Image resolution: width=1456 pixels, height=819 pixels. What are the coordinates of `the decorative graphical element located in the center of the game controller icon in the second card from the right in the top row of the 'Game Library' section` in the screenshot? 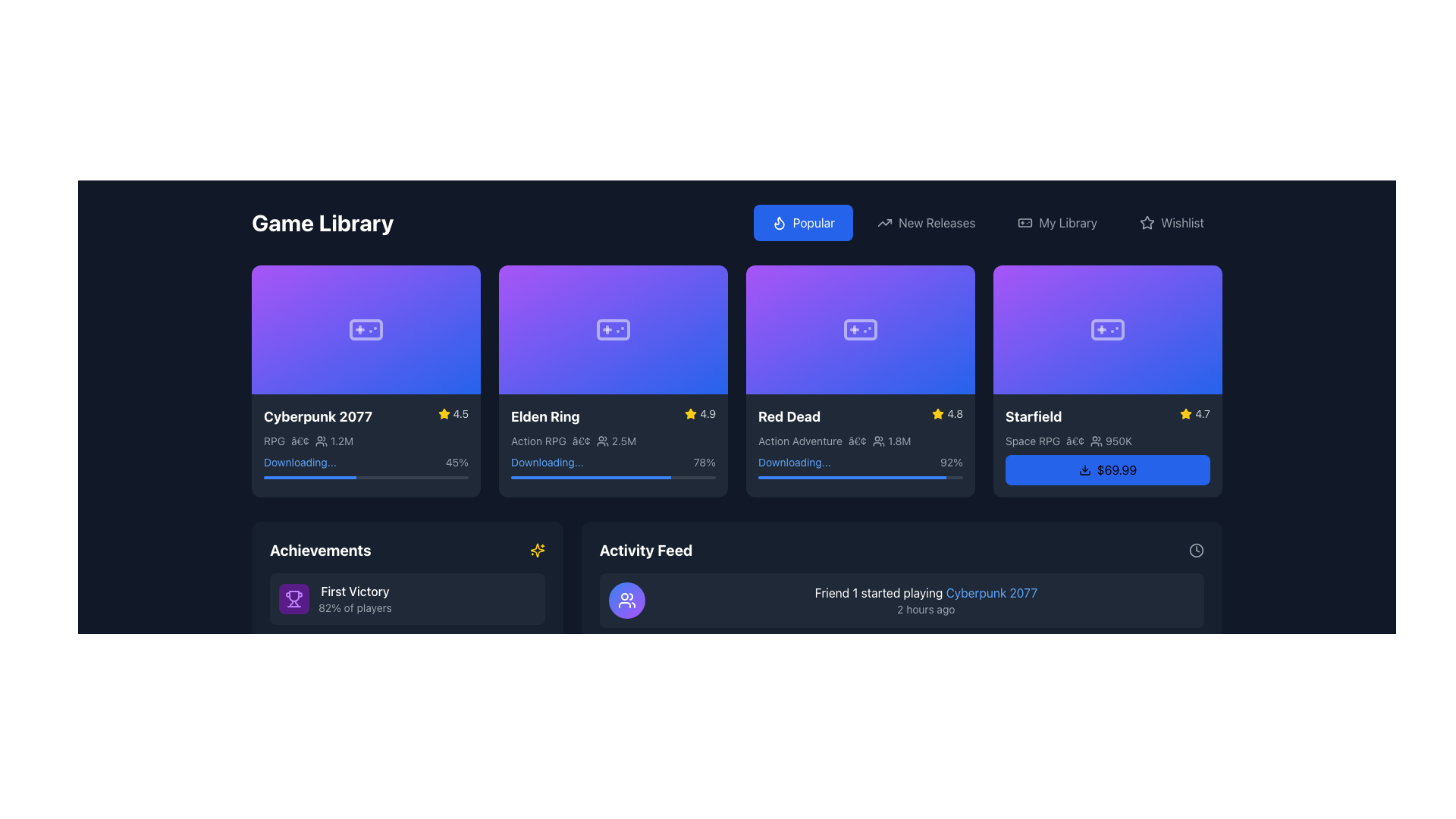 It's located at (860, 328).